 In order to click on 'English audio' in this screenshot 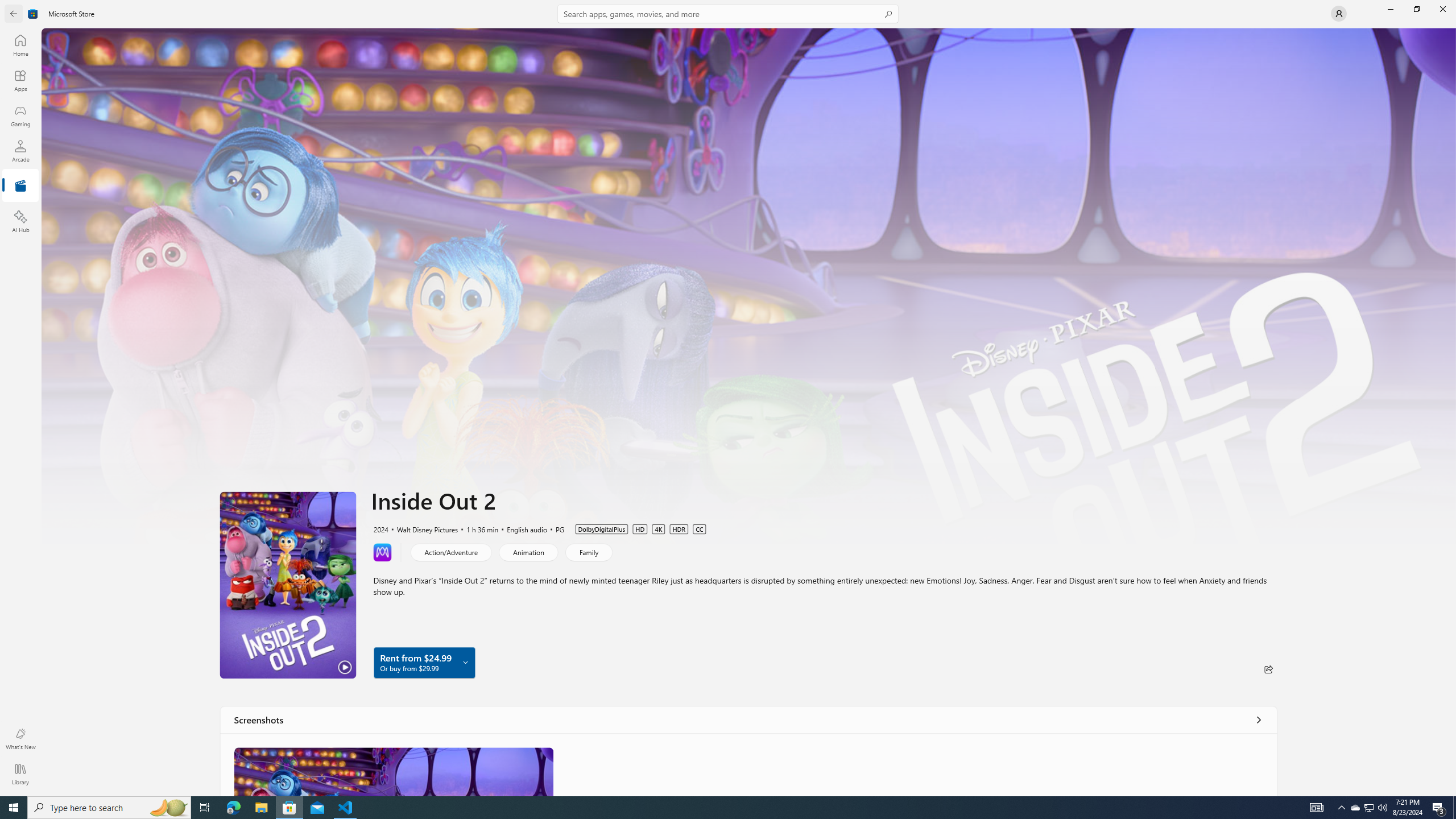, I will do `click(522, 528)`.